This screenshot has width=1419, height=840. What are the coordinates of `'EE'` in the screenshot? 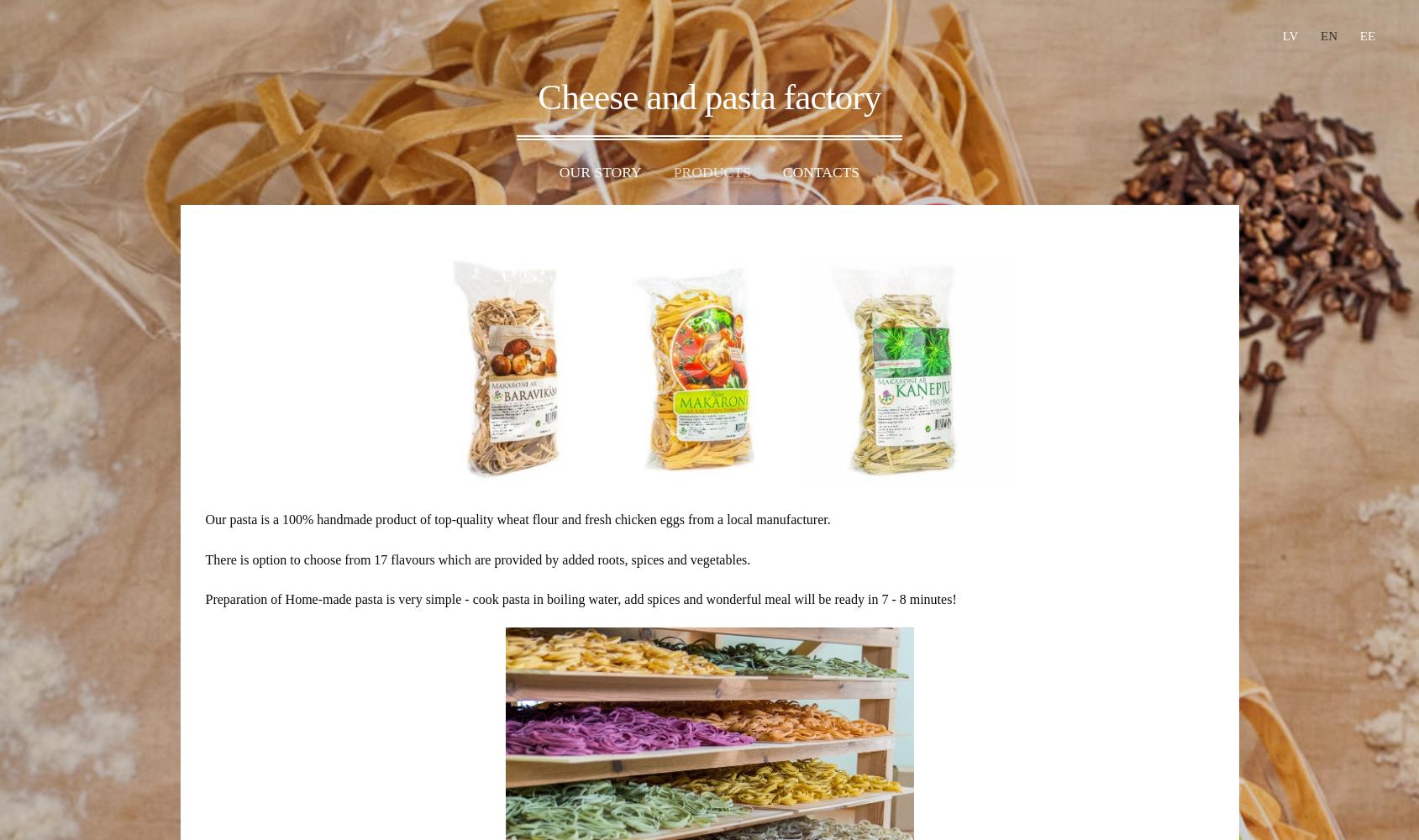 It's located at (1367, 36).